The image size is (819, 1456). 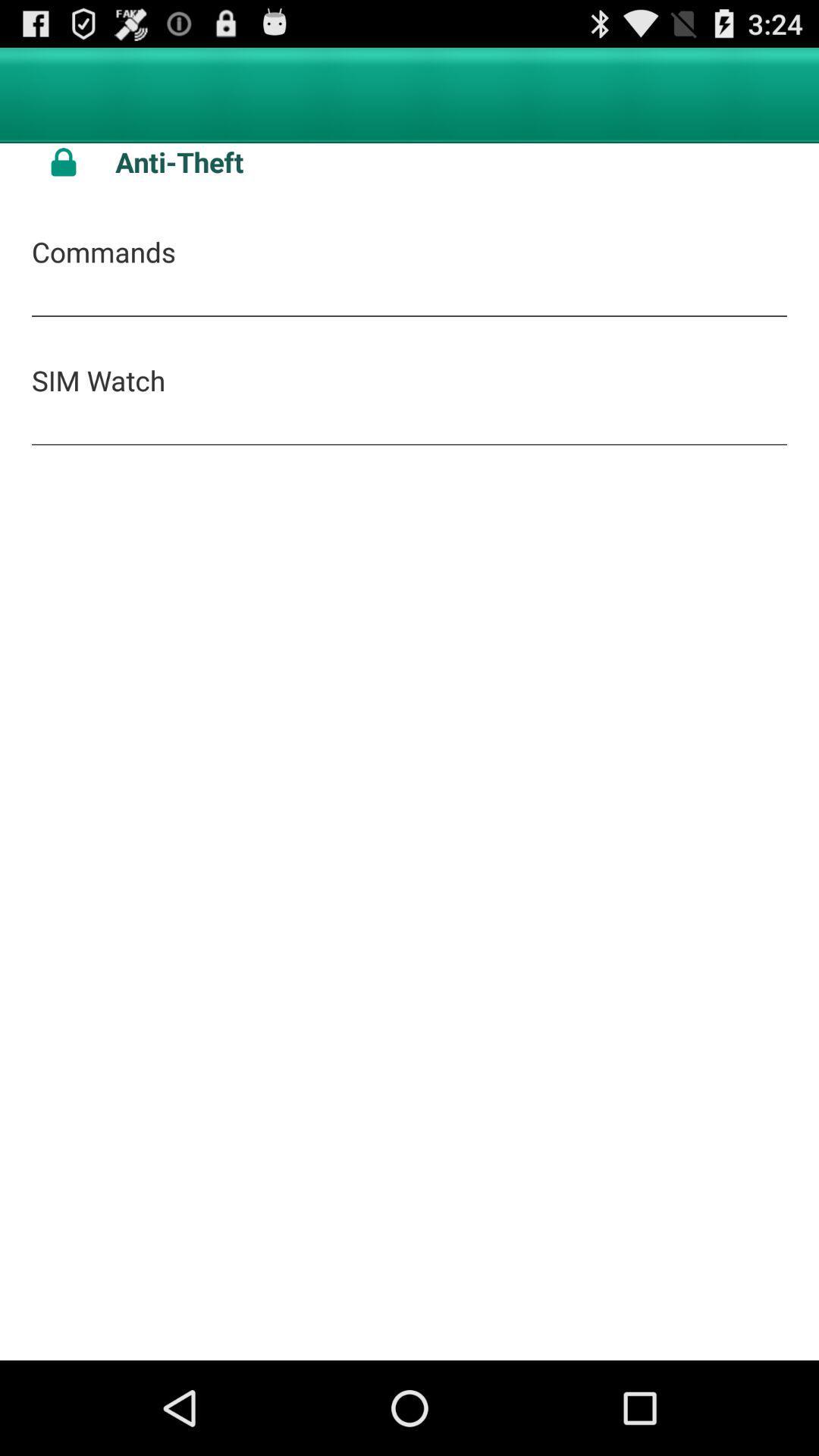 What do you see at coordinates (450, 162) in the screenshot?
I see `icon above the commands icon` at bounding box center [450, 162].